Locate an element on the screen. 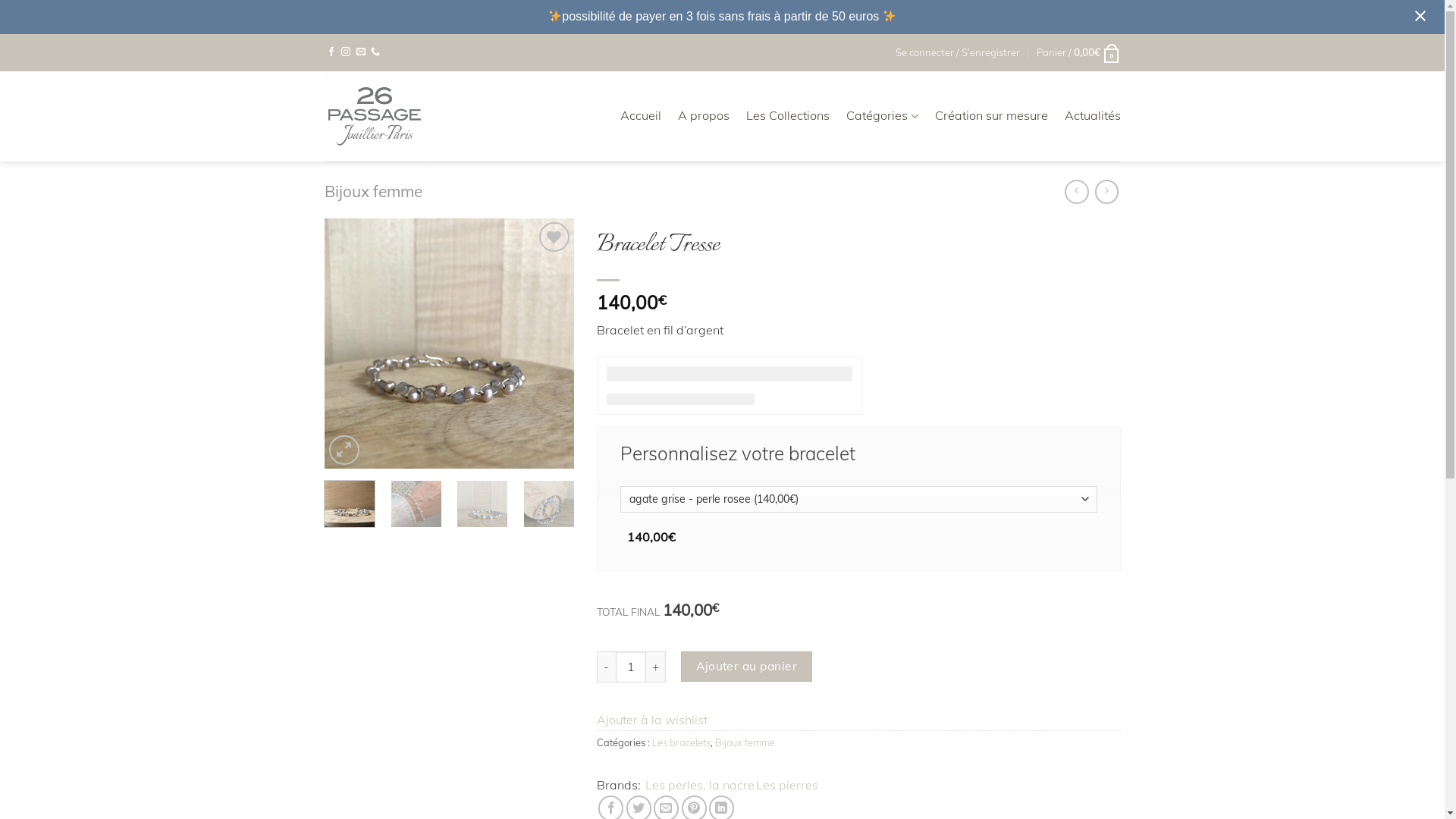 The width and height of the screenshot is (1456, 819). 'Qty' is located at coordinates (630, 666).